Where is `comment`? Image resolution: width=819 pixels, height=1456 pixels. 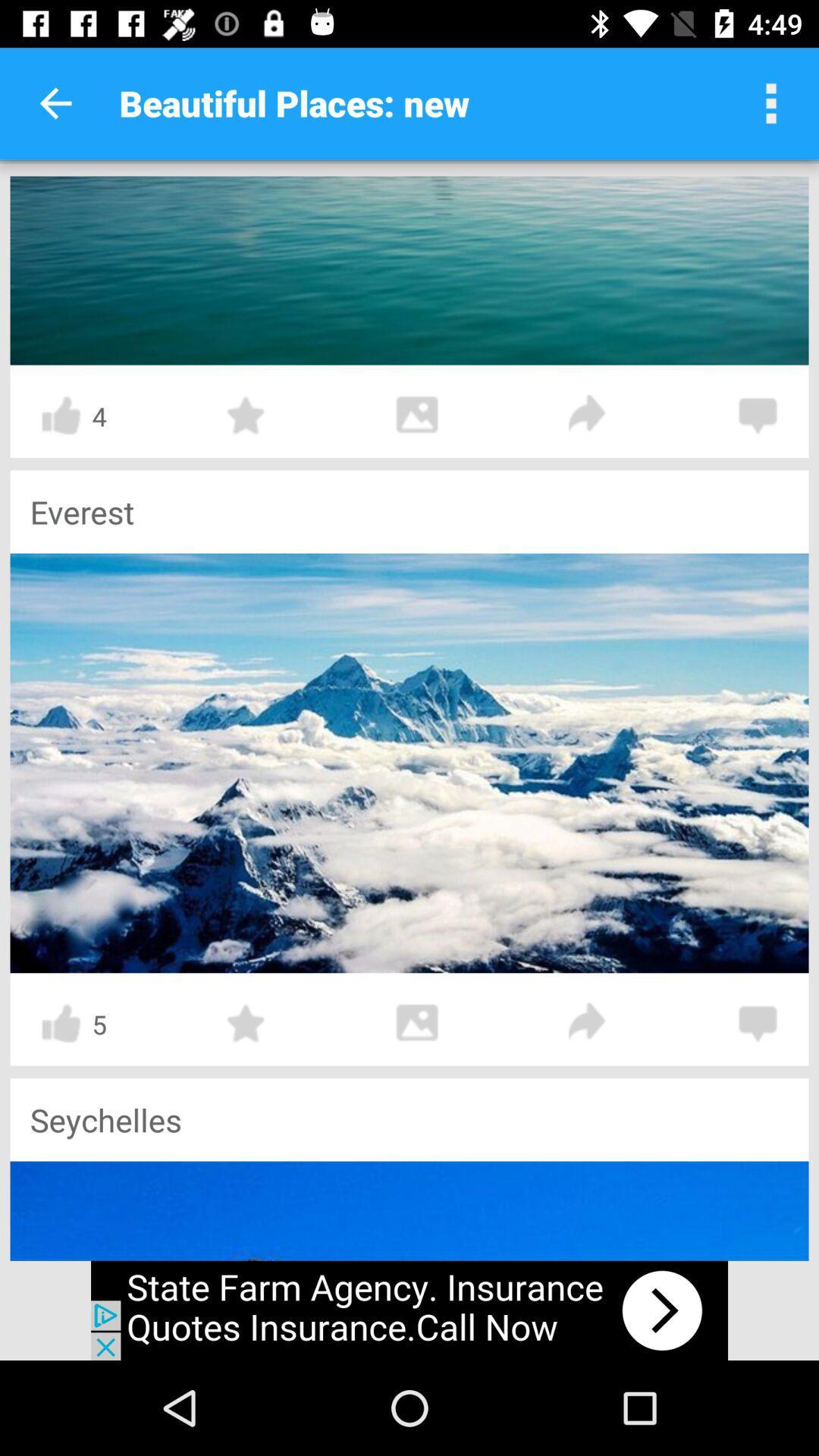
comment is located at coordinates (758, 1023).